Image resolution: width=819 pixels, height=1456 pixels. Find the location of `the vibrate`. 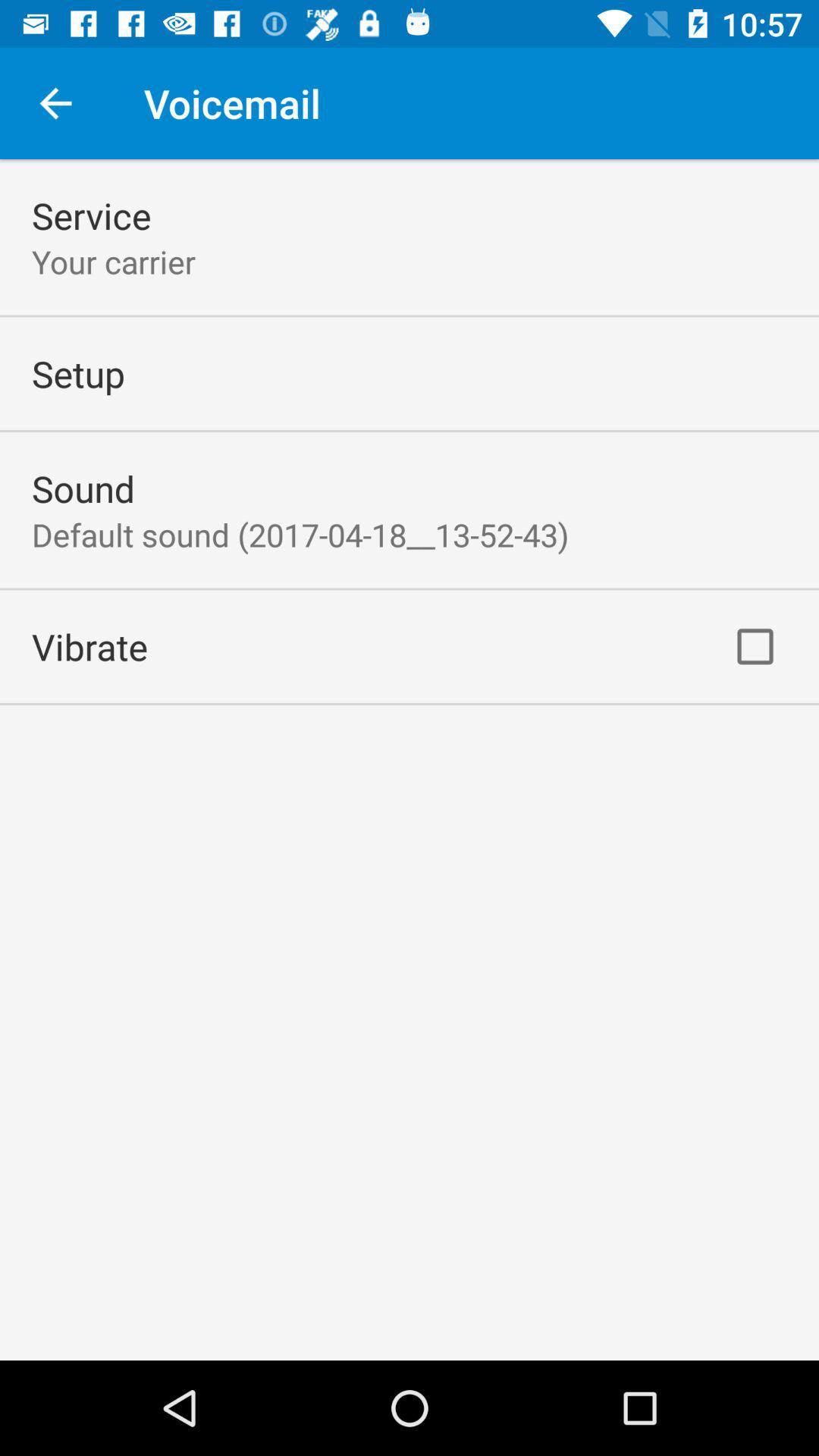

the vibrate is located at coordinates (89, 646).